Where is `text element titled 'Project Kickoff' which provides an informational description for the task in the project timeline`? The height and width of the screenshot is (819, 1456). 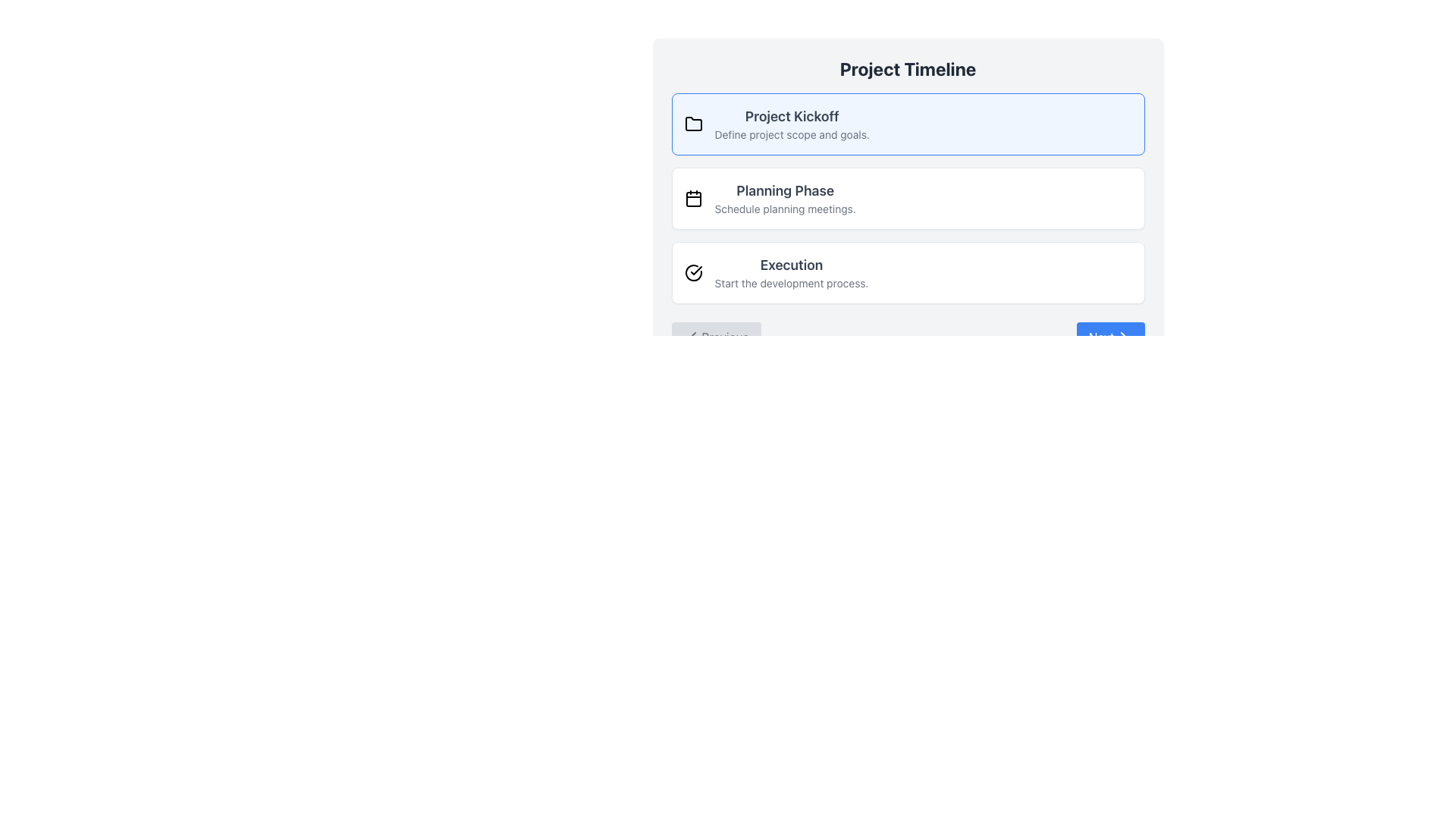
text element titled 'Project Kickoff' which provides an informational description for the task in the project timeline is located at coordinates (791, 124).